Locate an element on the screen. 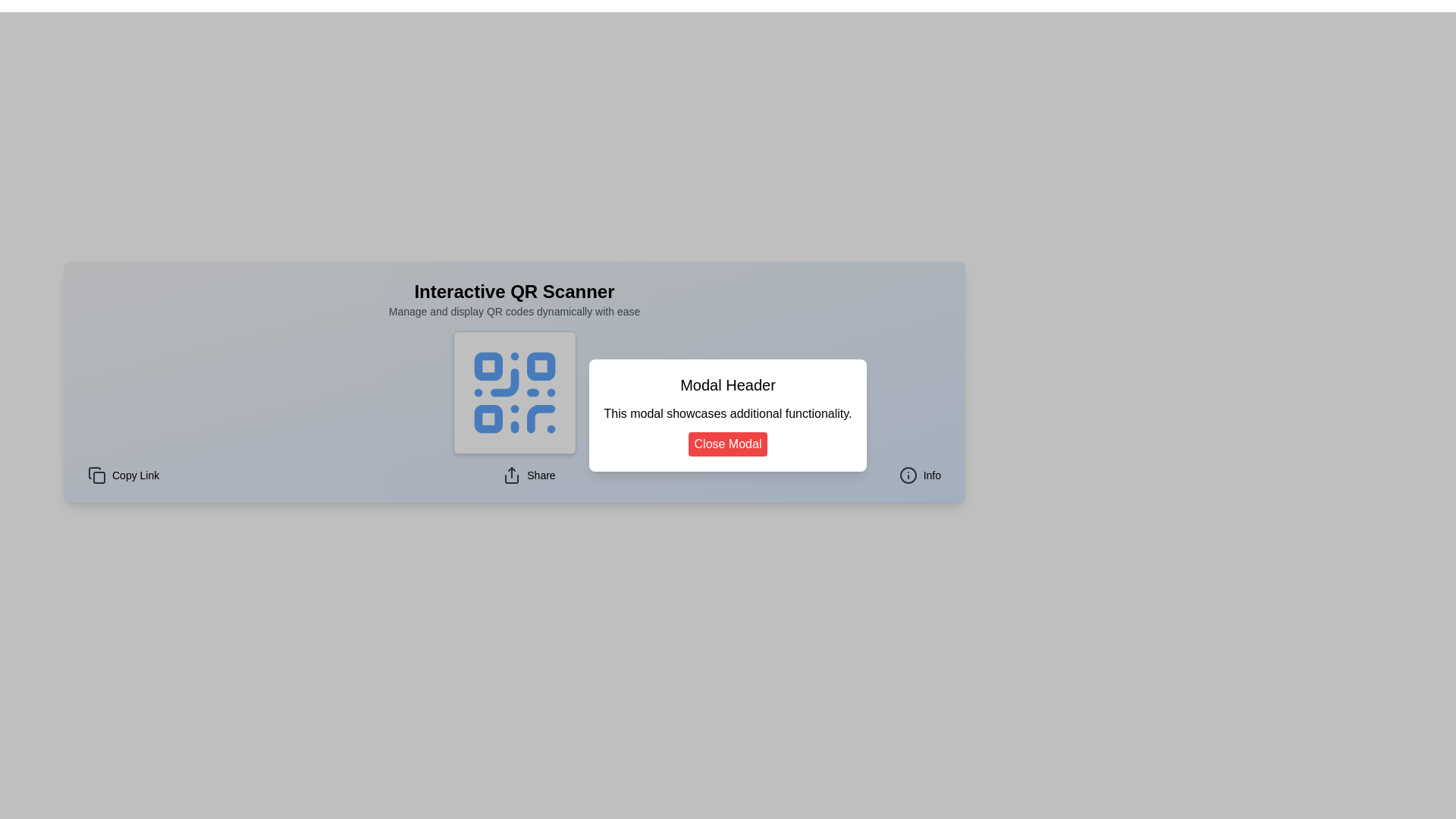 This screenshot has height=819, width=1456. the minimalistic gray square-shaped icon depicting an upward arrow within the 'Share' button group to initiate a share action is located at coordinates (512, 475).